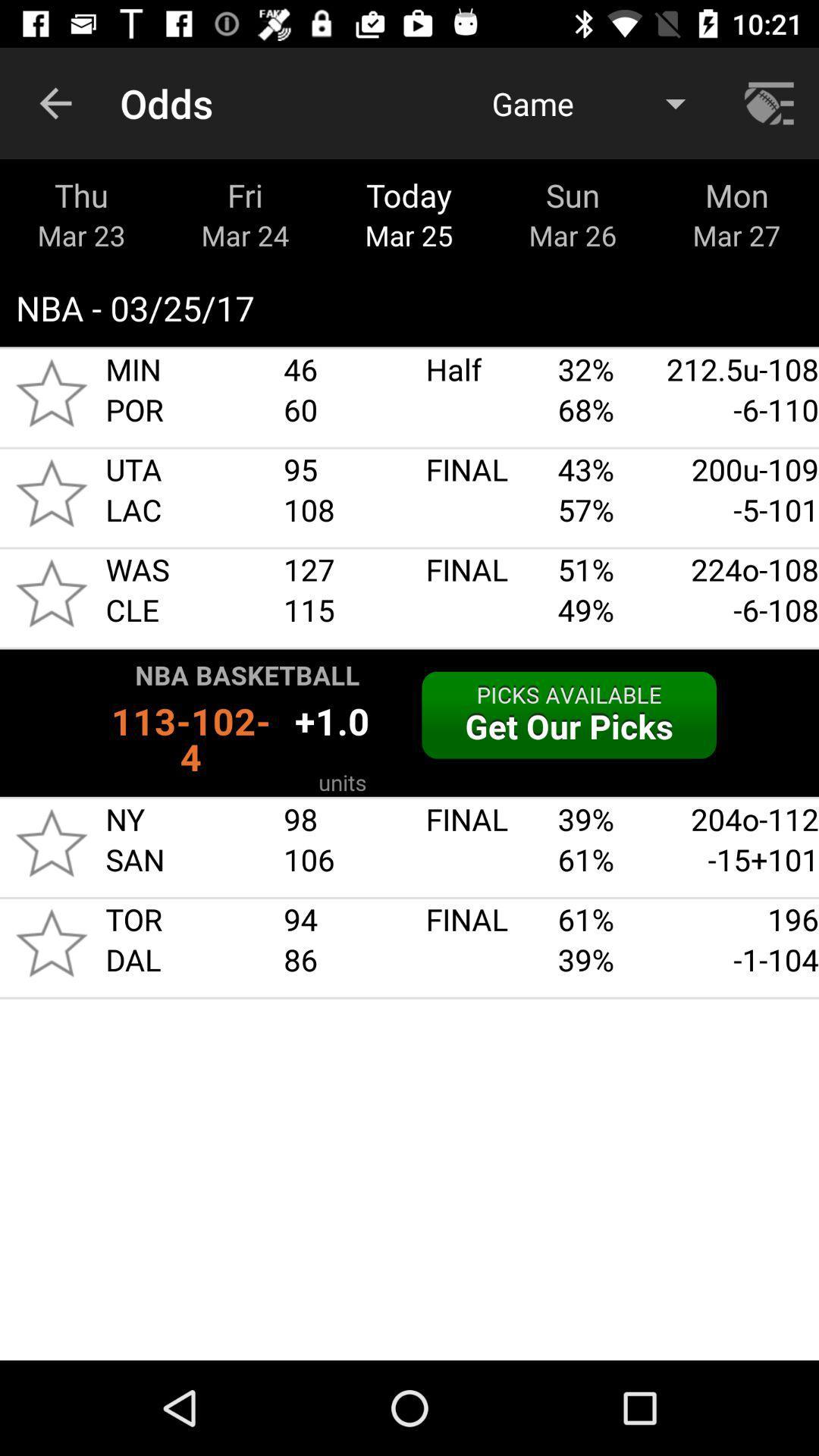 The image size is (819, 1456). What do you see at coordinates (771, 102) in the screenshot?
I see `open menu` at bounding box center [771, 102].